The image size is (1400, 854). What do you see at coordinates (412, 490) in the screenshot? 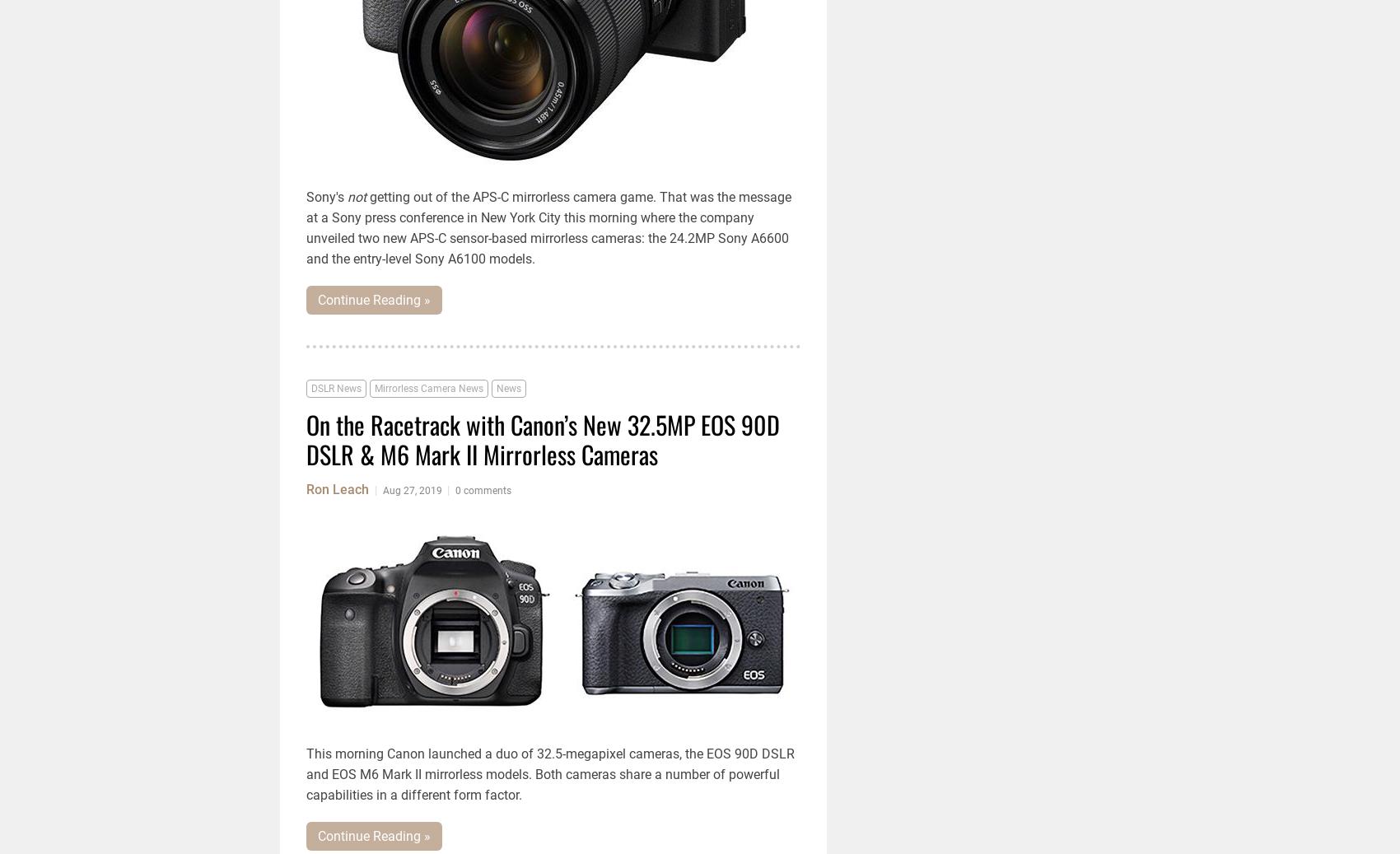
I see `'Aug 27, 2019'` at bounding box center [412, 490].